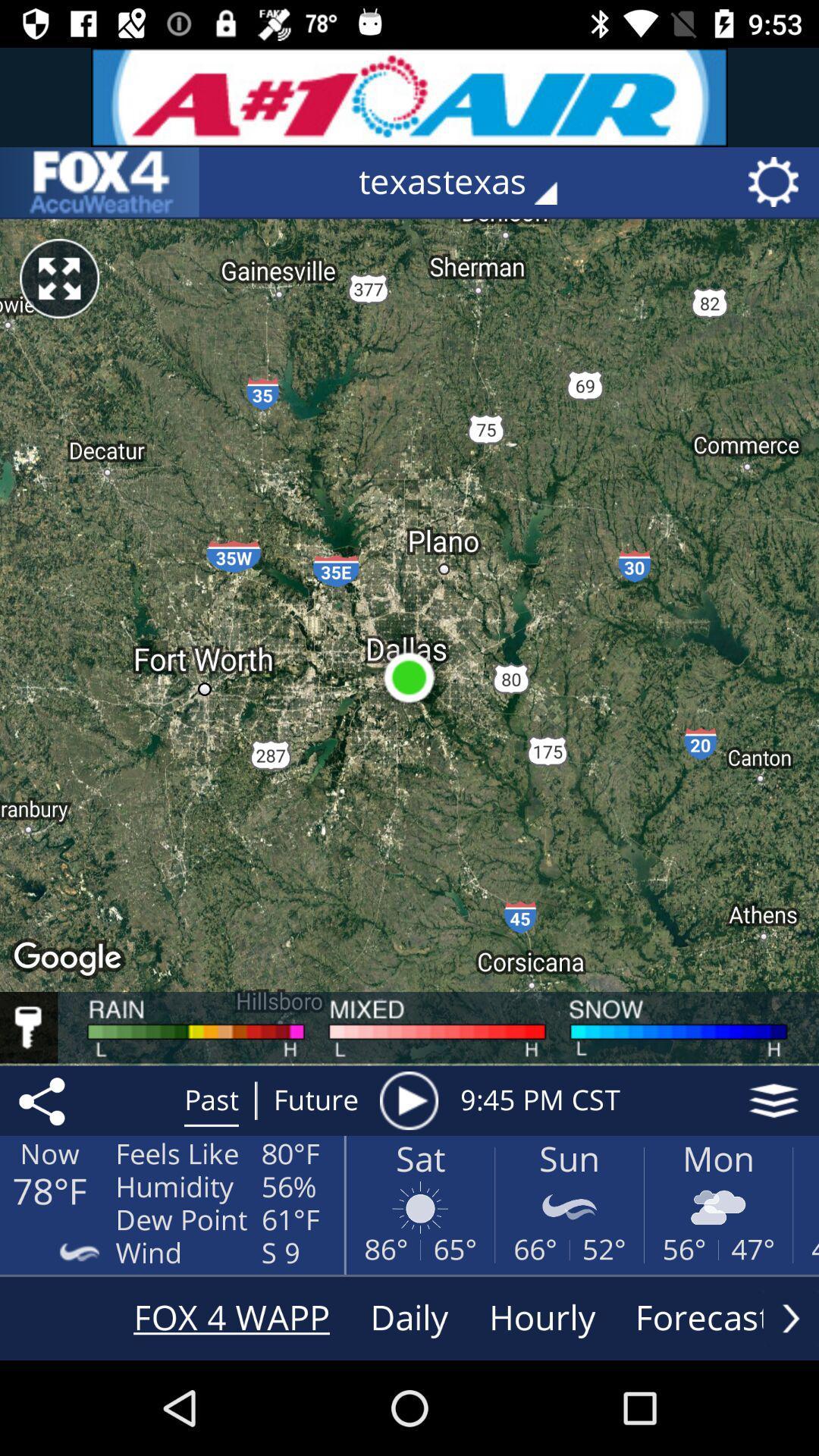 This screenshot has width=819, height=1456. I want to click on the texastexas icon, so click(468, 182).